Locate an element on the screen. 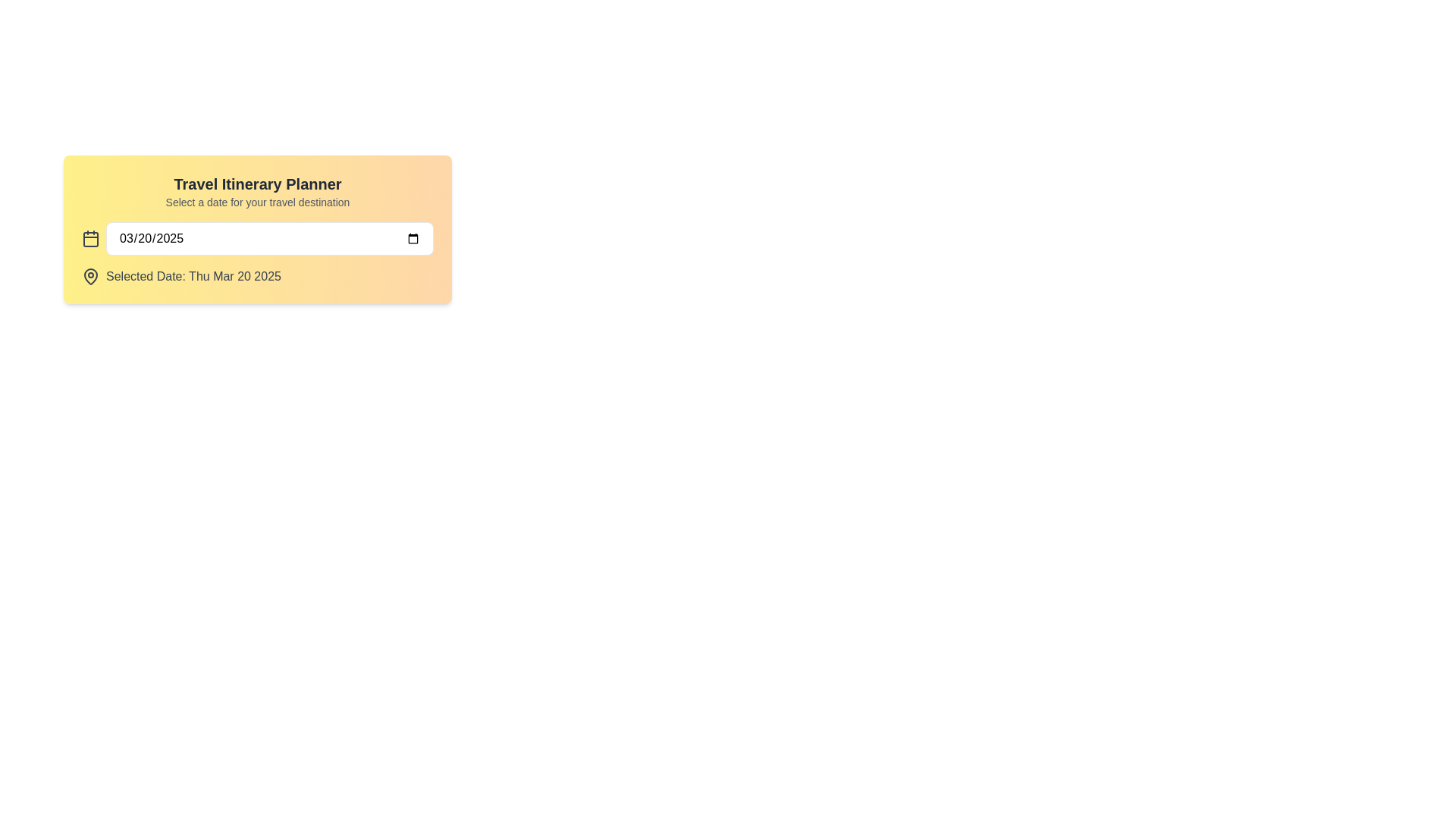  the decorative icon that indicates the association of the date with a location, located to the left of the text 'Selected Date: Thu Mar 20 2025' is located at coordinates (90, 277).